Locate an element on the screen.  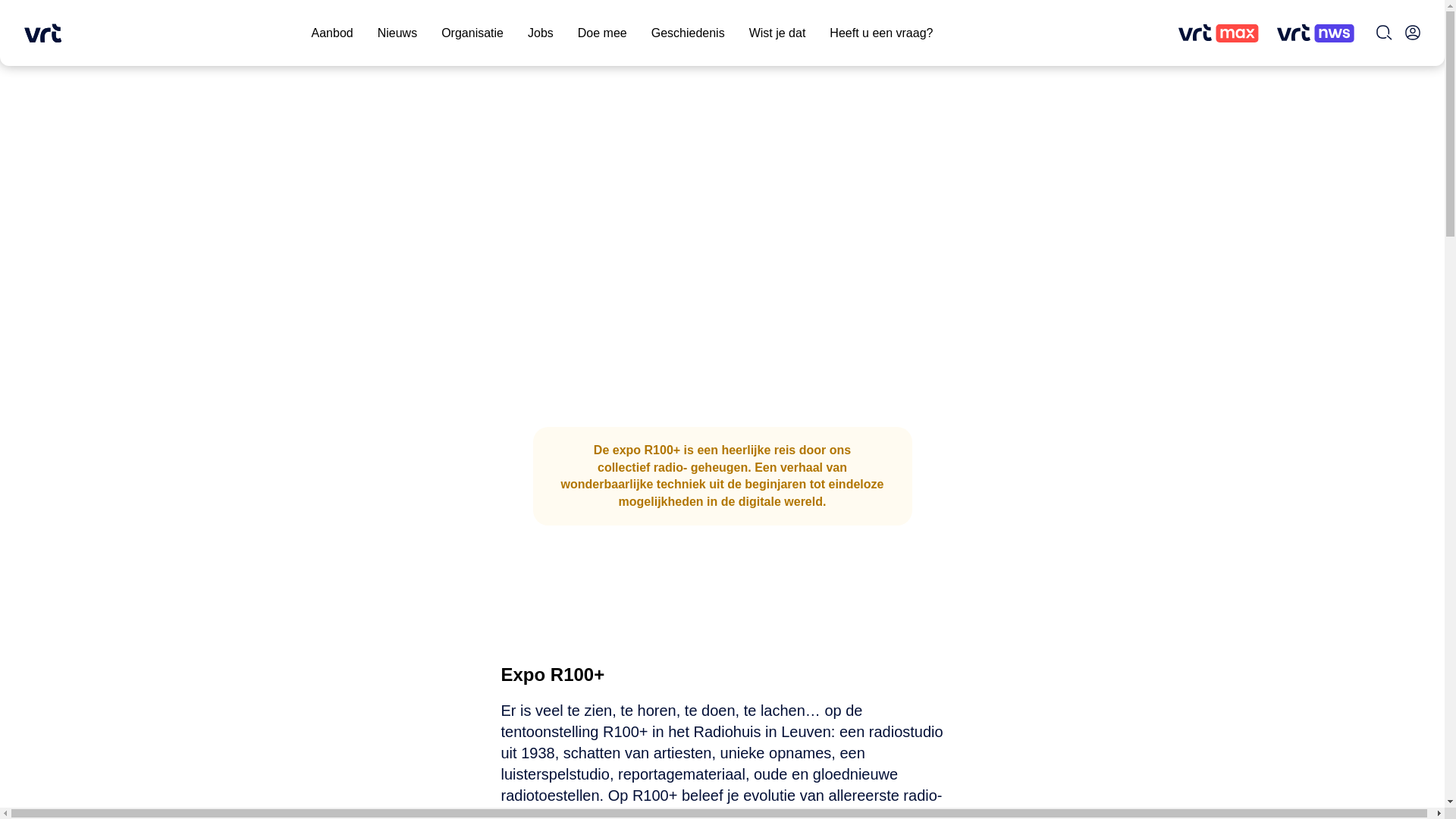
'Heeft u een vraag?' is located at coordinates (829, 33).